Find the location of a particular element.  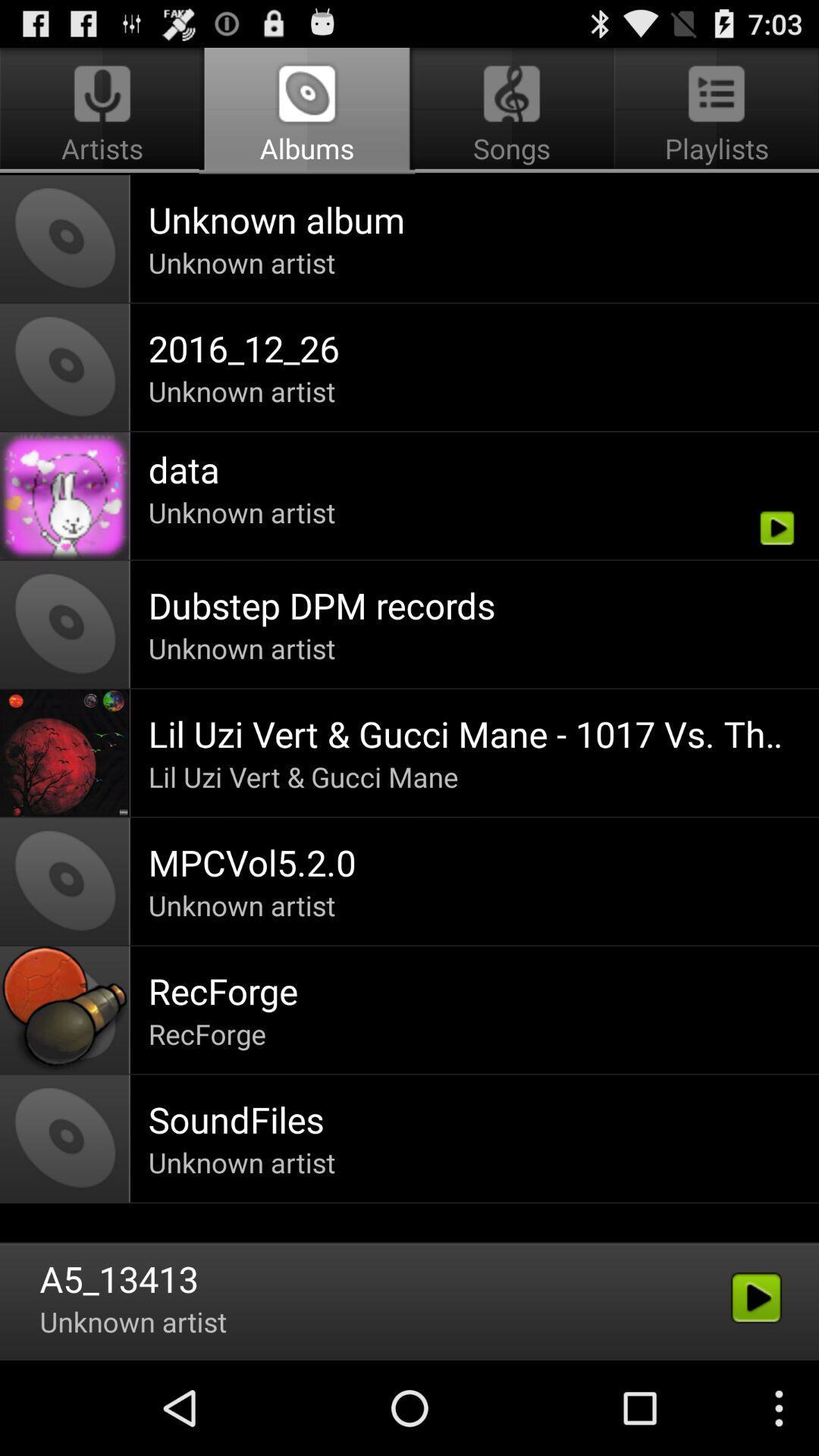

icon next to the songs app is located at coordinates (104, 111).